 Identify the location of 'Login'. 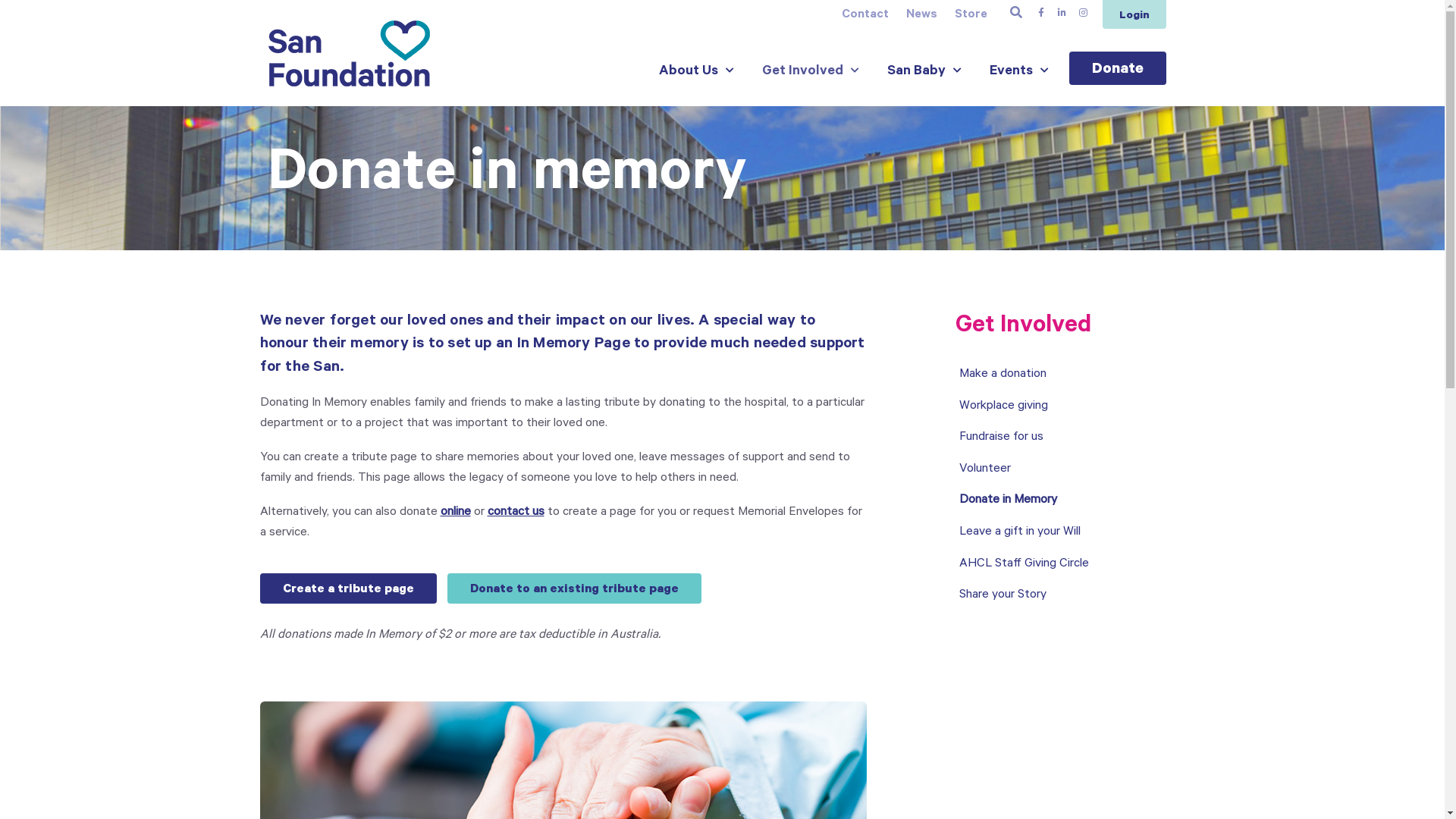
(1134, 14).